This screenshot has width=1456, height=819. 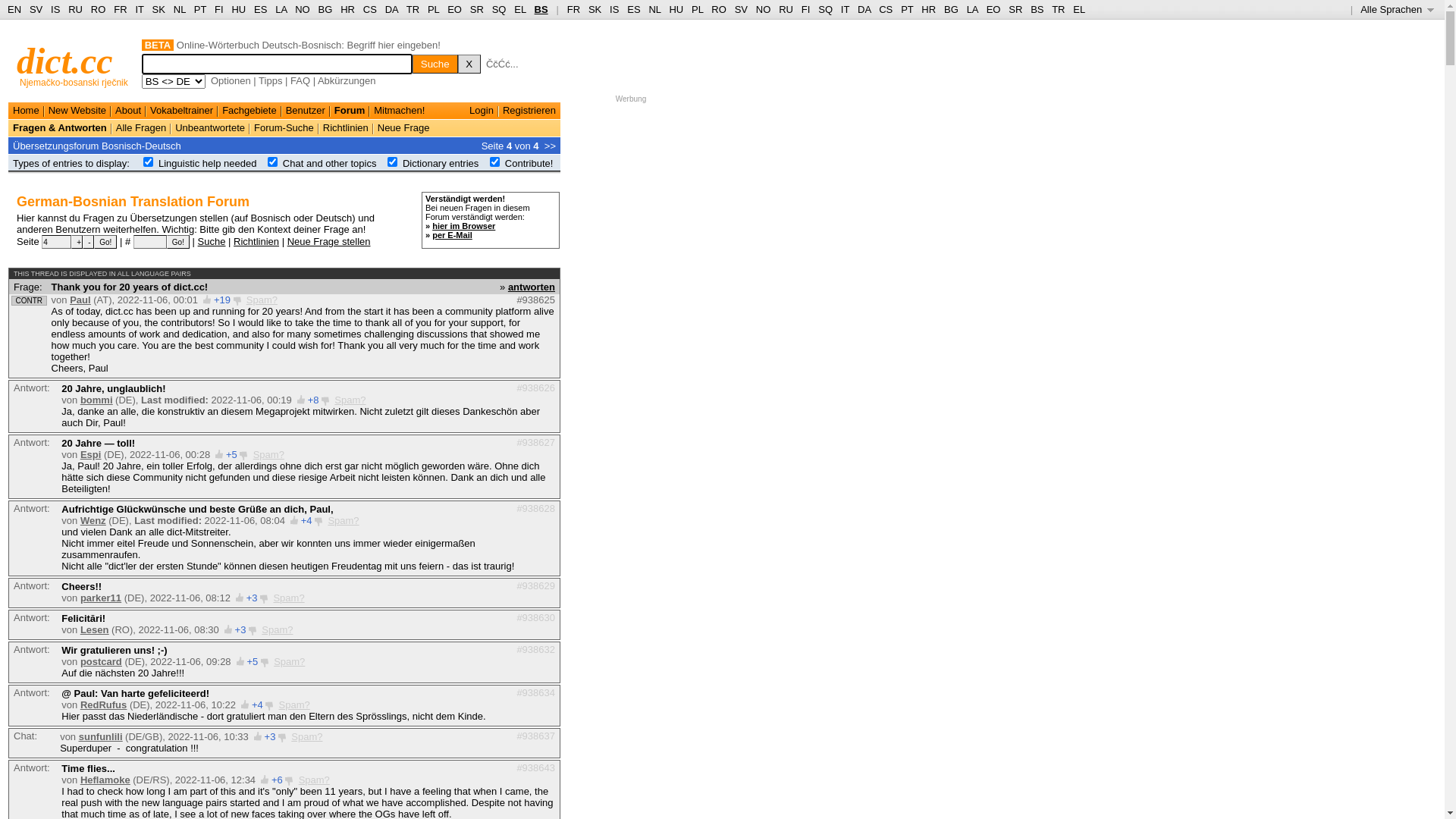 What do you see at coordinates (800, 9) in the screenshot?
I see `'FI'` at bounding box center [800, 9].